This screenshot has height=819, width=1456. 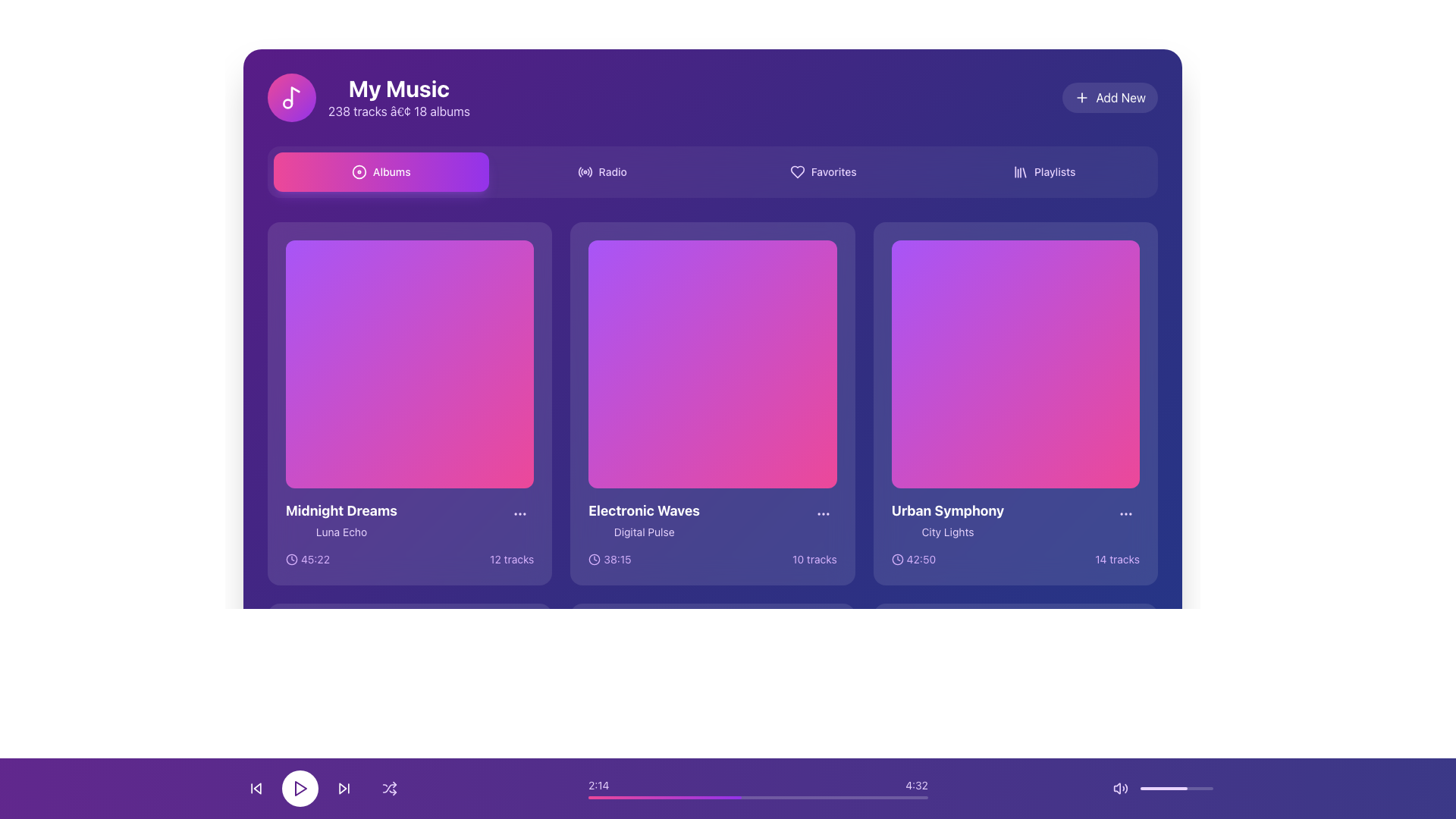 What do you see at coordinates (520, 513) in the screenshot?
I see `the interactive menu button marked by an ellipsis icon located at the bottom-right corner of the 'Midnight Dreams' album card` at bounding box center [520, 513].